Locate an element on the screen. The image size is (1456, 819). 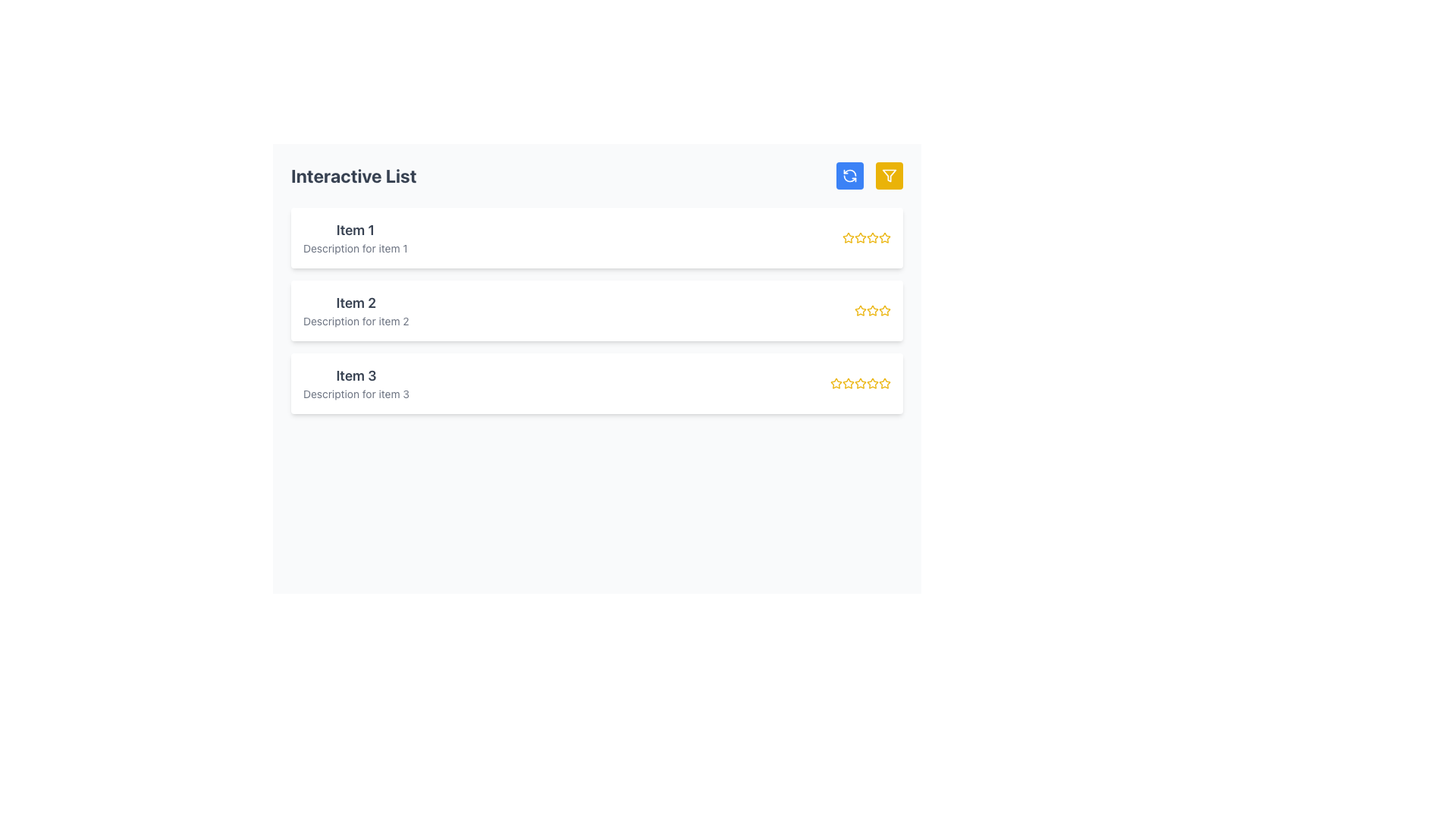
the second star icon in the rating component of the third item in the interactive list is located at coordinates (860, 382).